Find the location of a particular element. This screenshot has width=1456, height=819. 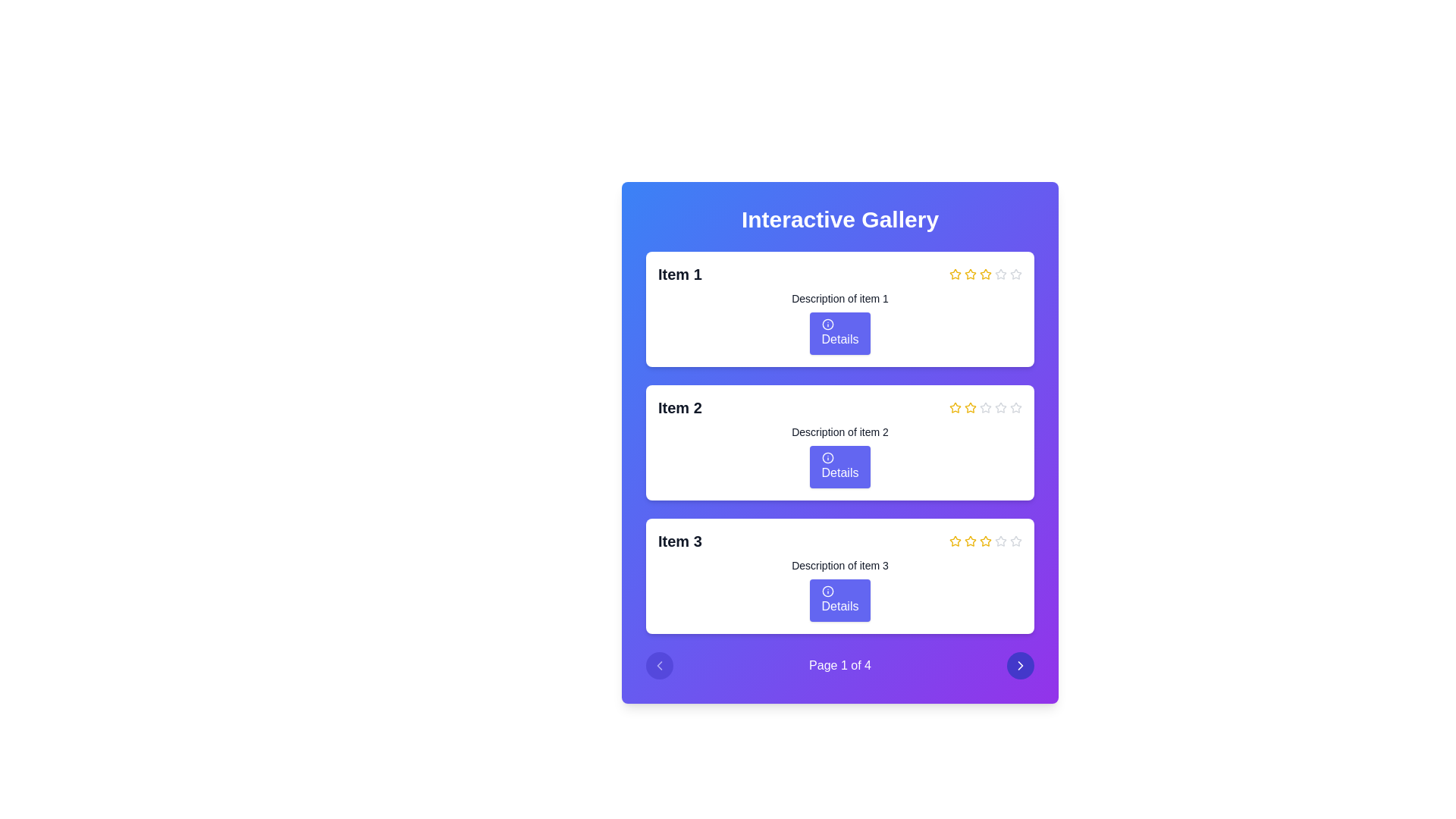

the compact circular icon located inside the 'Details' button of the third item in the list is located at coordinates (827, 590).